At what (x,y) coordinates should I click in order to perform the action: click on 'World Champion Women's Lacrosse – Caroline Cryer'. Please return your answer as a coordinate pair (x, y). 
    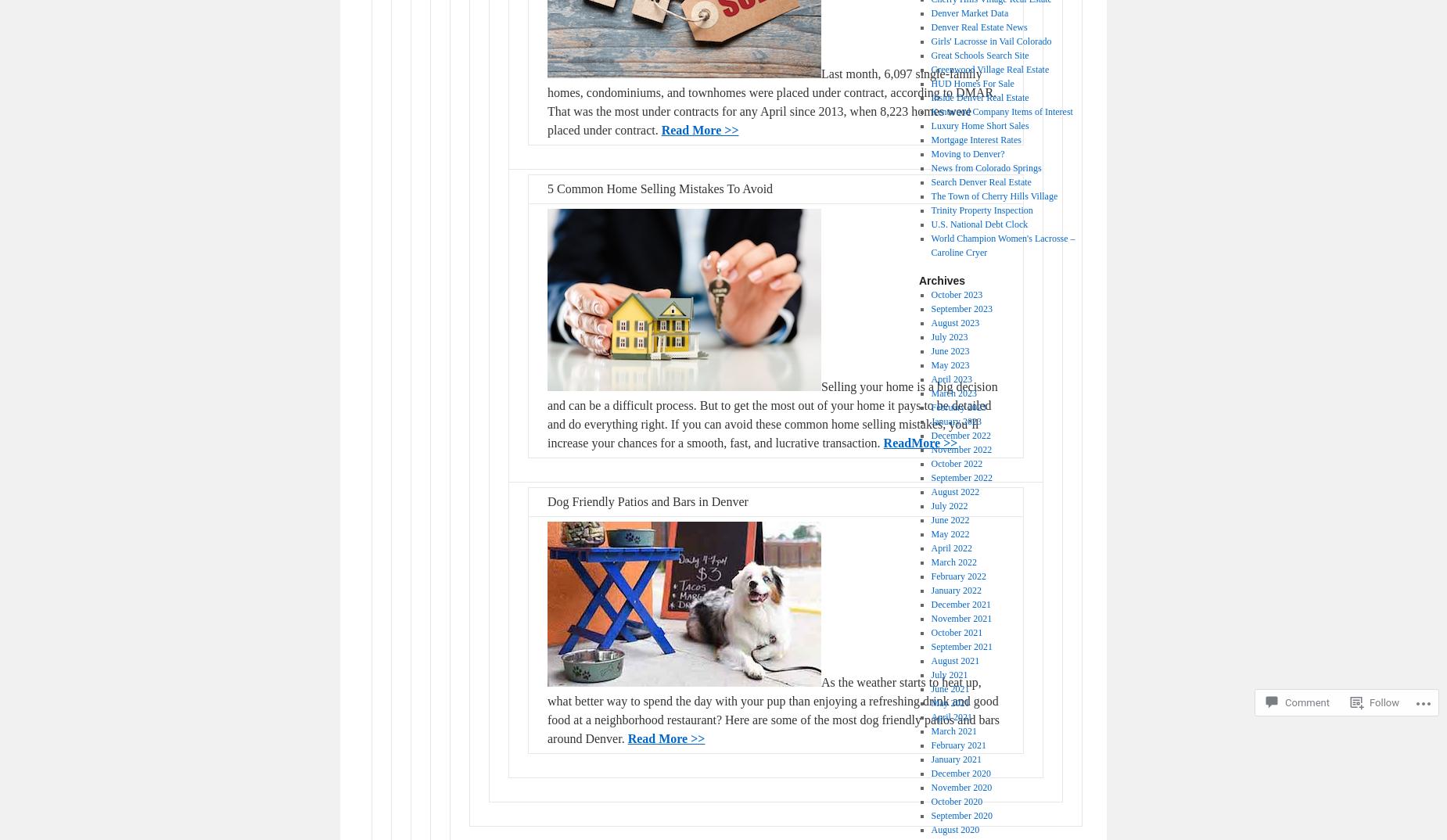
    Looking at the image, I should click on (929, 246).